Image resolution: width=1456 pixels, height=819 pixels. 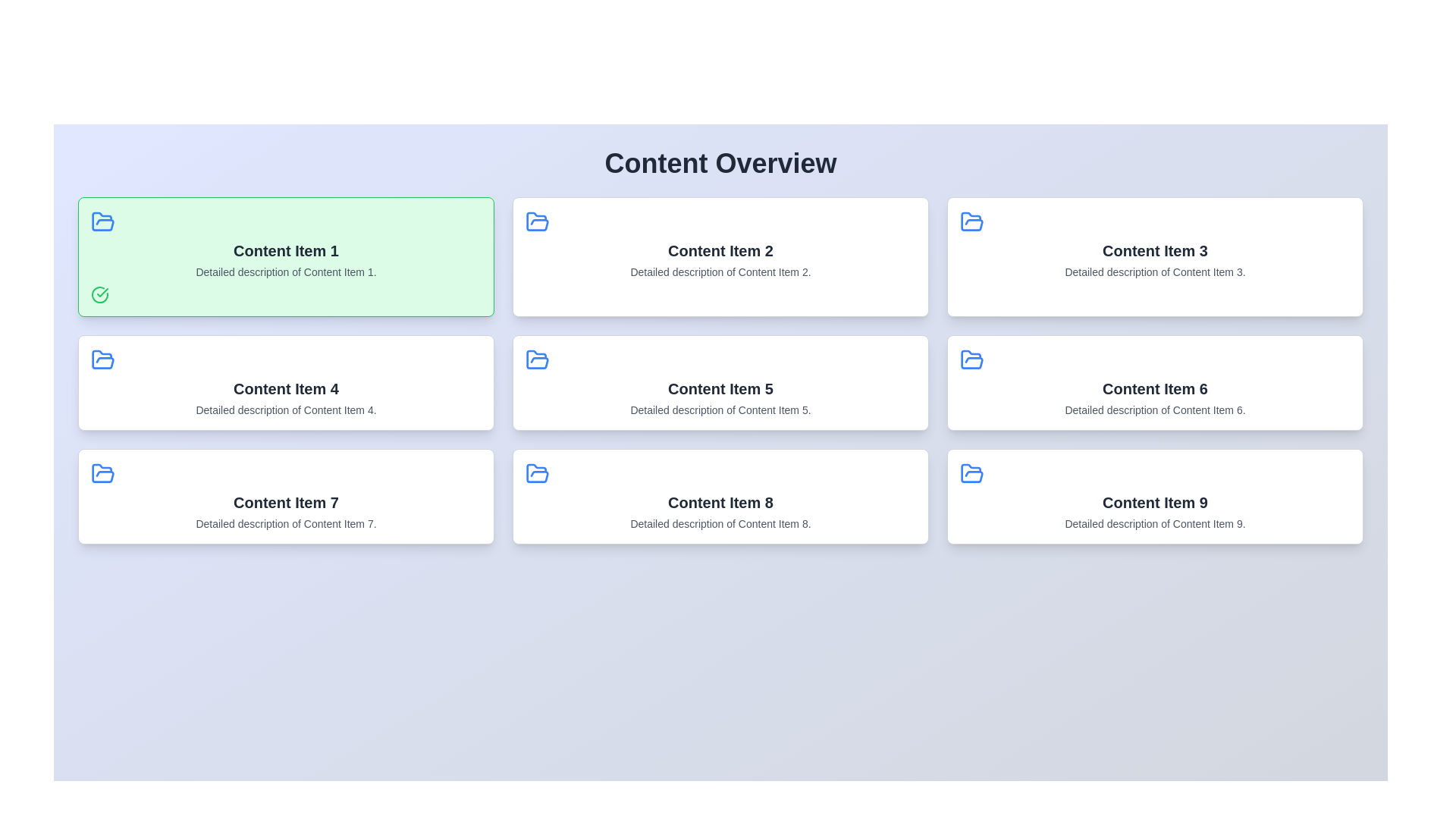 I want to click on the open folder icon located at the upper-left corner of the card labeled 'Content Item 4', so click(x=102, y=359).